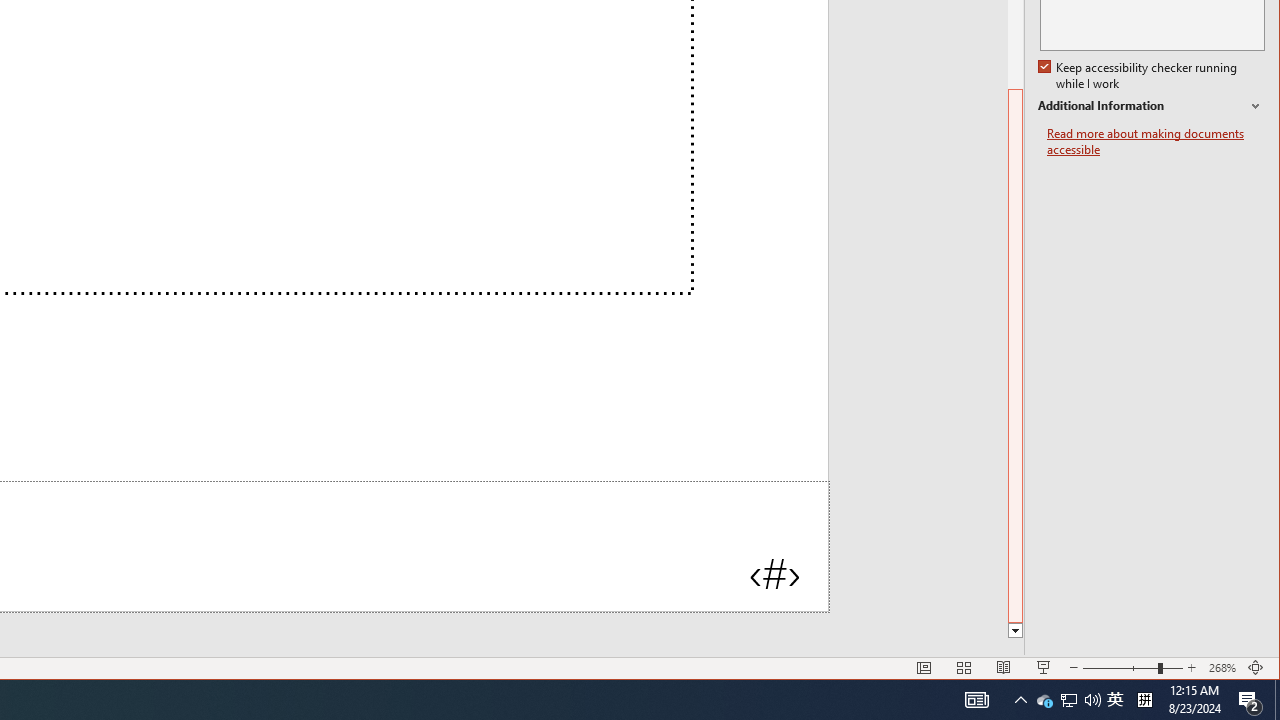 This screenshot has width=1280, height=720. I want to click on 'Zoom In', so click(1191, 668).